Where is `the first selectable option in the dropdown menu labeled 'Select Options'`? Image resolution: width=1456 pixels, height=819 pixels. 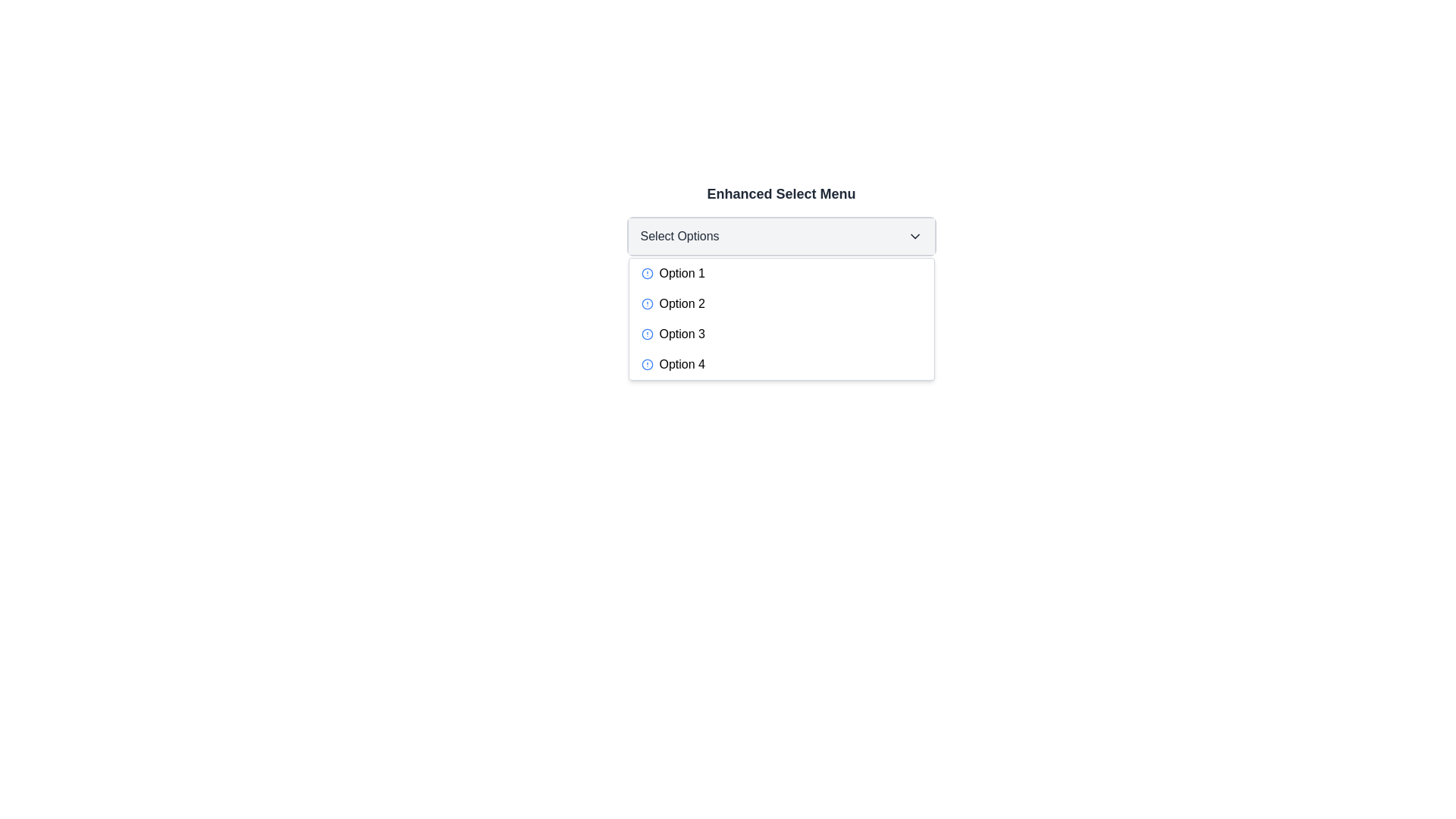
the first selectable option in the dropdown menu labeled 'Select Options' is located at coordinates (781, 274).